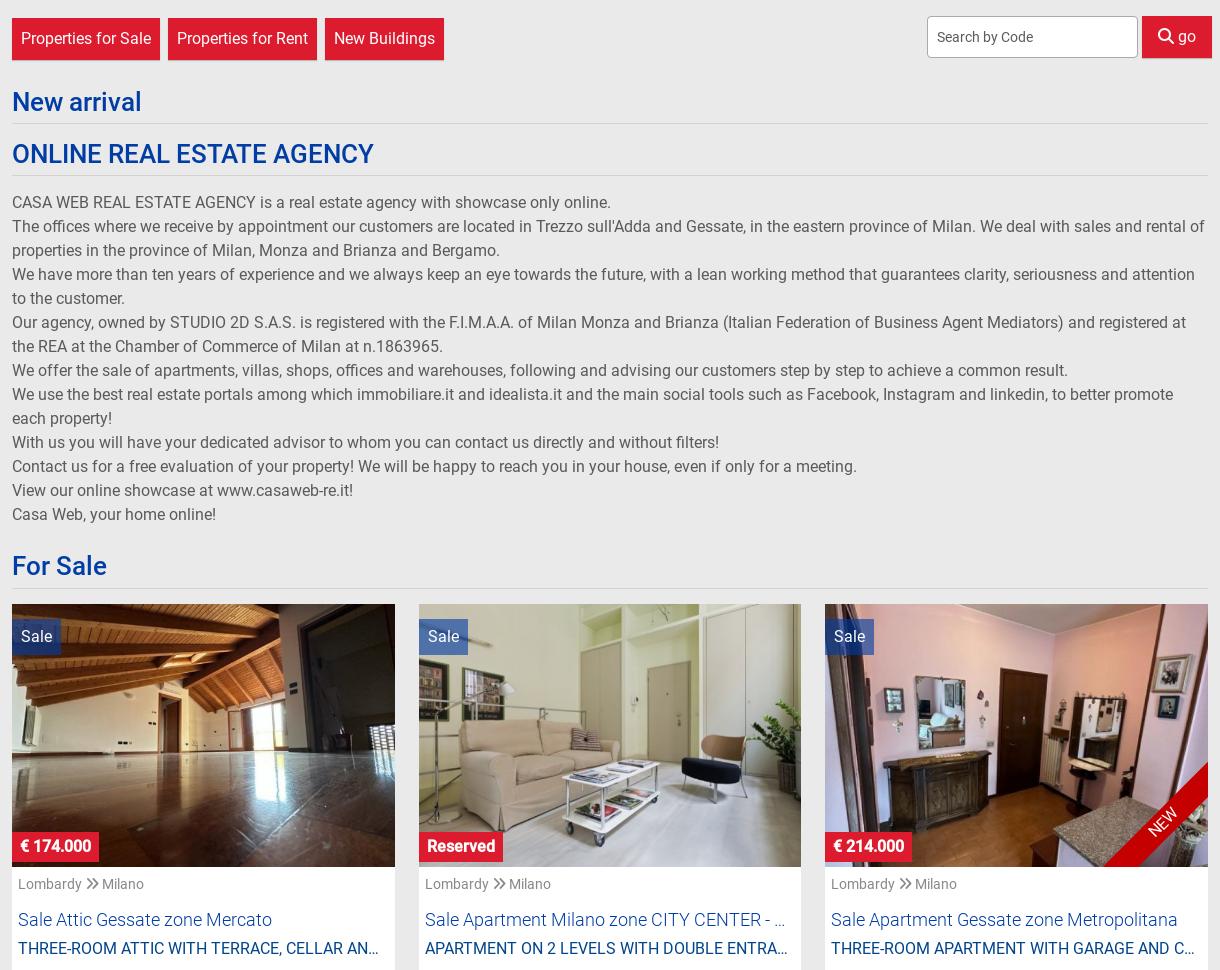 This screenshot has height=970, width=1220. What do you see at coordinates (460, 19) in the screenshot?
I see `'€ 320.000'` at bounding box center [460, 19].